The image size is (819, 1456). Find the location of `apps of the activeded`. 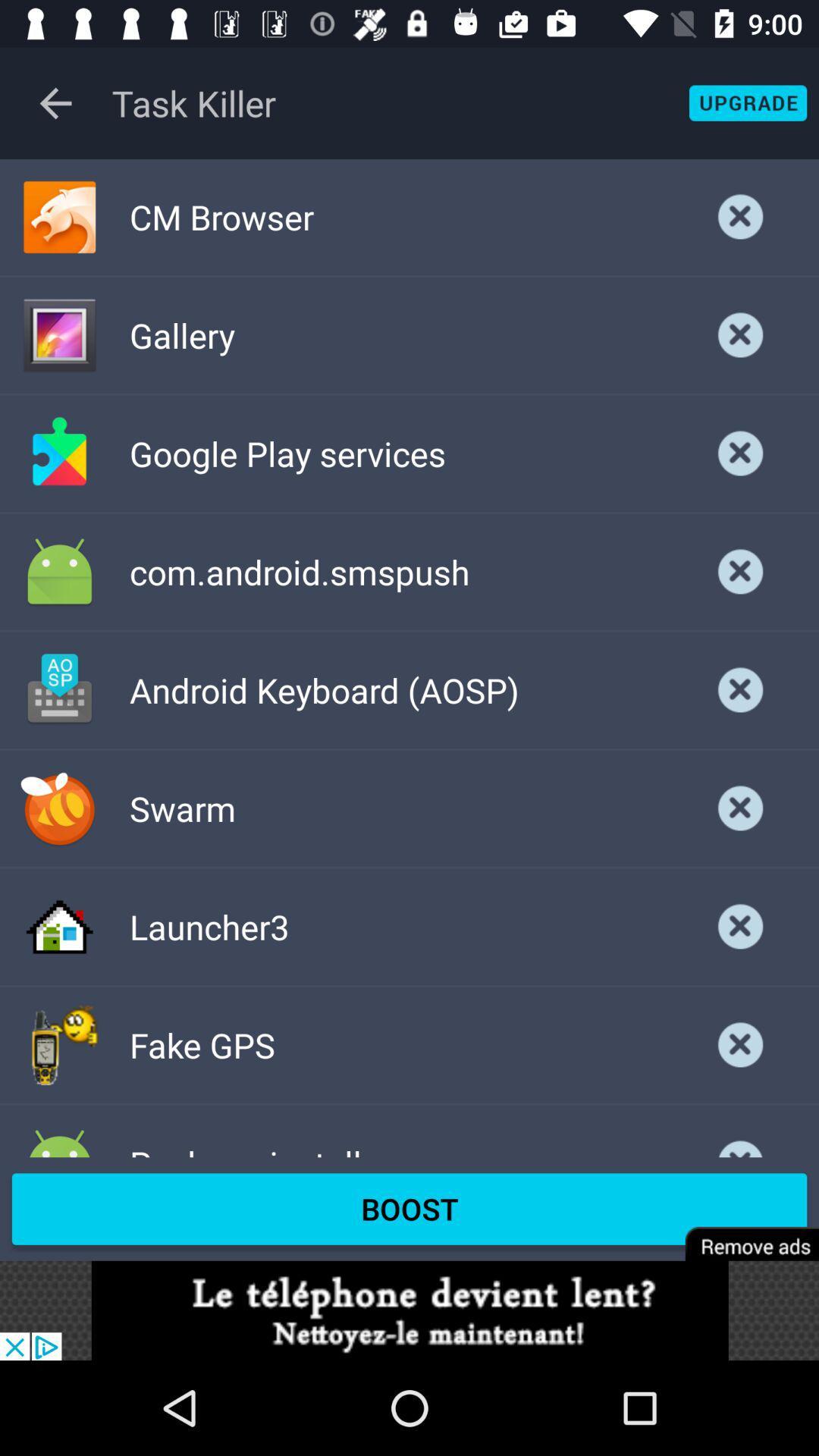

apps of the activeded is located at coordinates (747, 102).